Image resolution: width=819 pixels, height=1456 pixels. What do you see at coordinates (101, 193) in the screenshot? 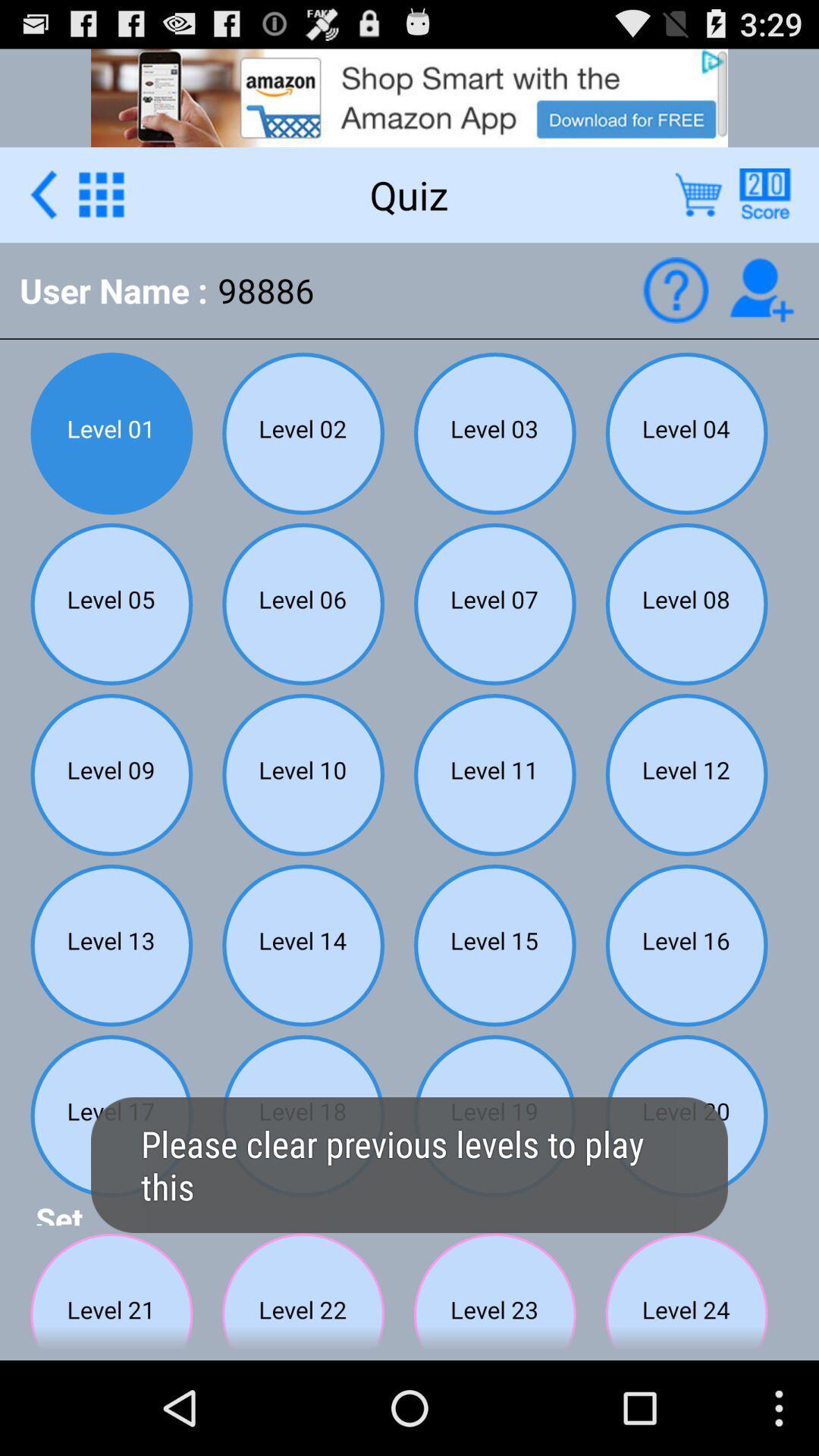
I see `main botten` at bounding box center [101, 193].